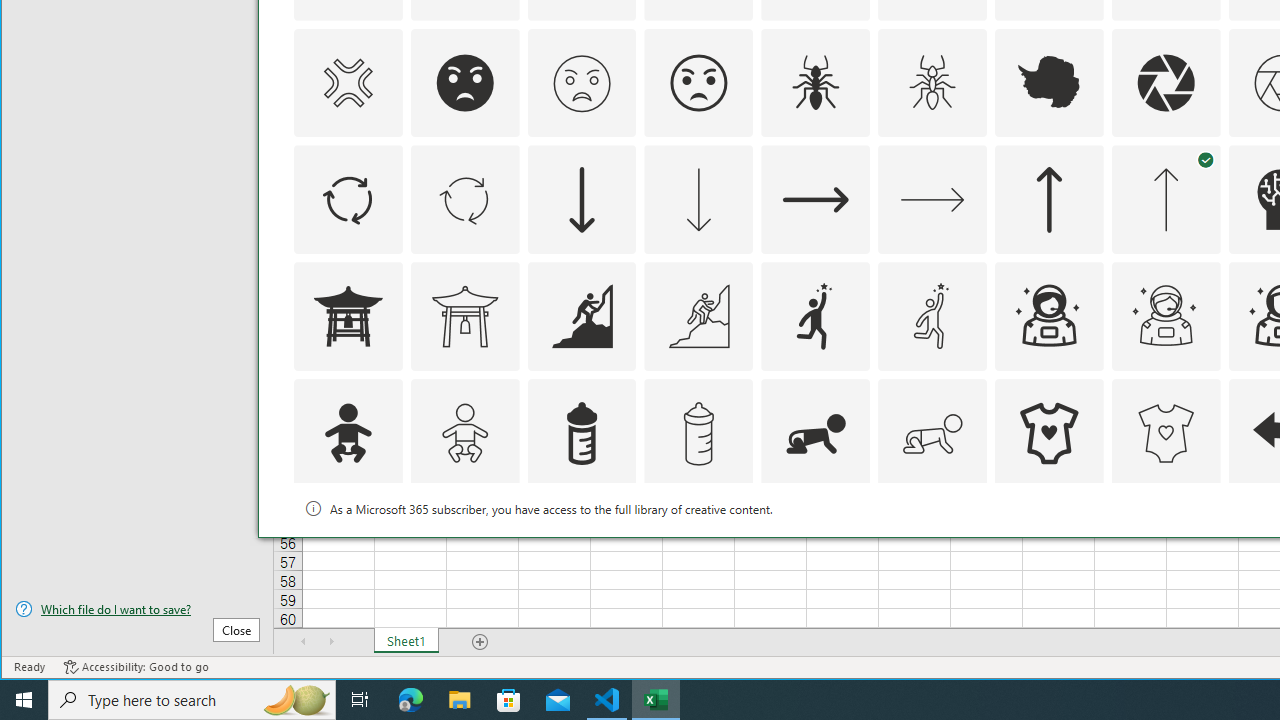 The width and height of the screenshot is (1280, 720). What do you see at coordinates (698, 433) in the screenshot?
I see `'AutomationID: Icons_BabyBottle_M'` at bounding box center [698, 433].